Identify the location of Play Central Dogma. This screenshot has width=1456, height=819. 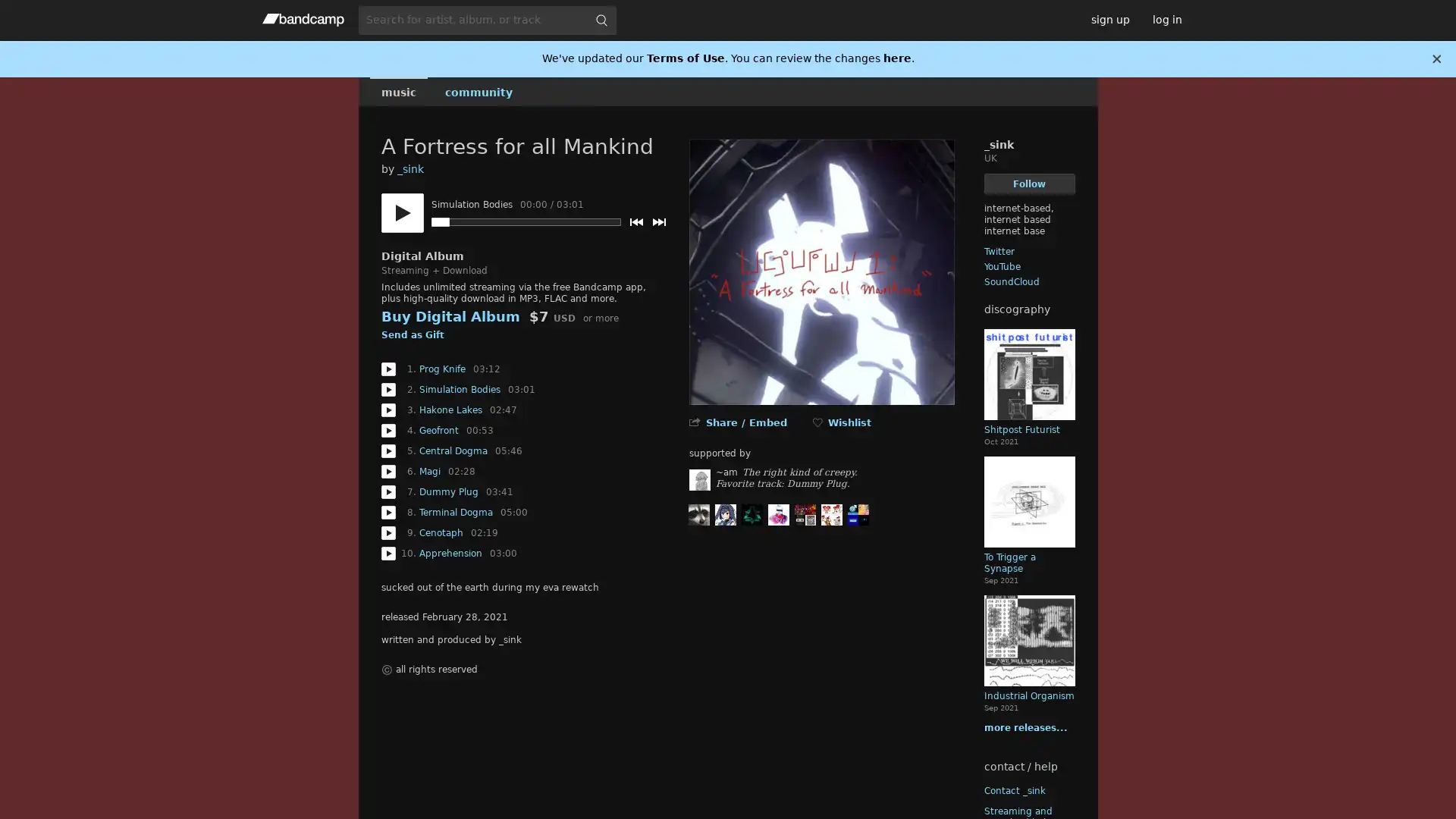
(388, 450).